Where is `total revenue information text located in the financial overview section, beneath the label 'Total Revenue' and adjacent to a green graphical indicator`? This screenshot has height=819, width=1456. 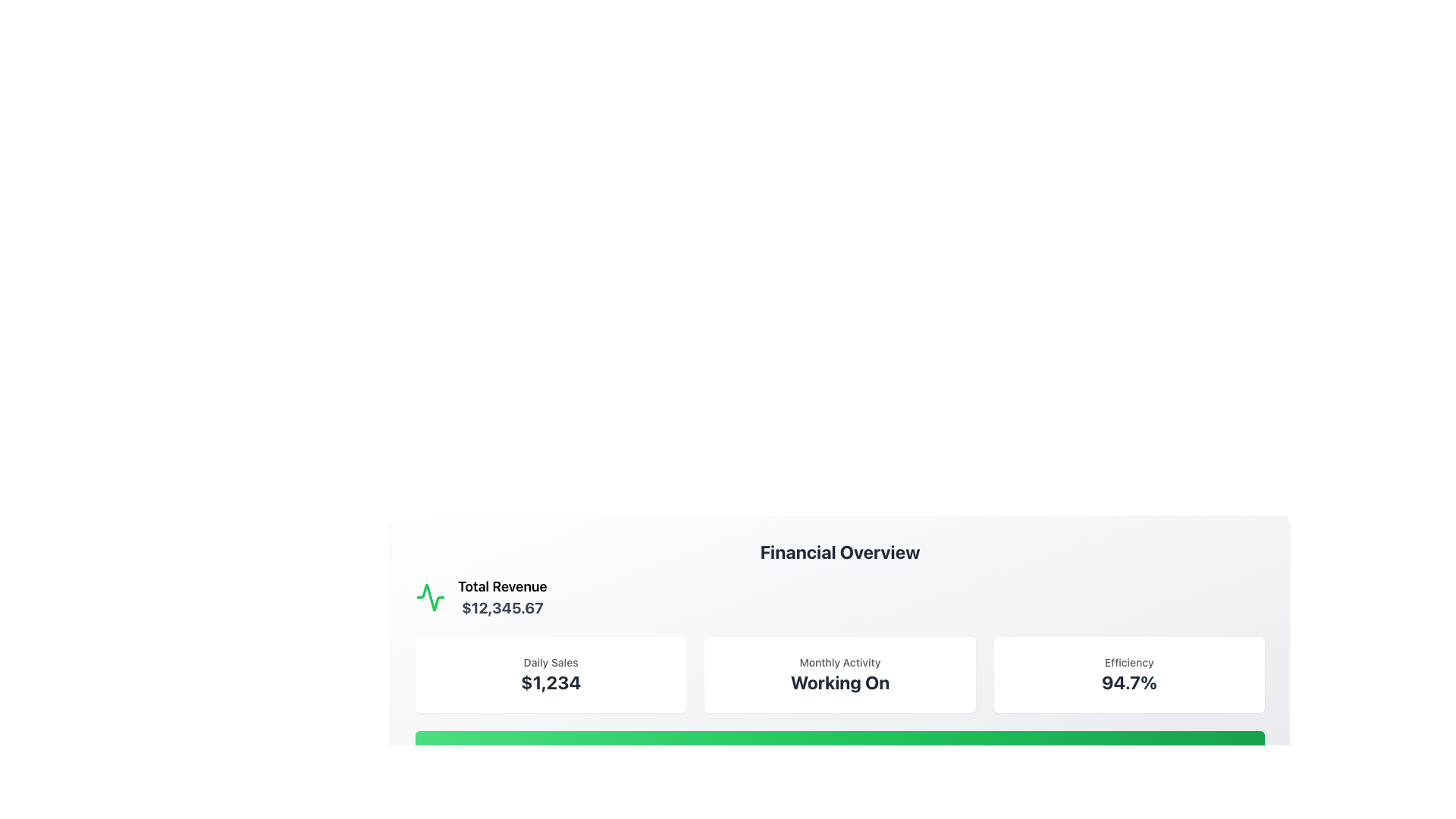 total revenue information text located in the financial overview section, beneath the label 'Total Revenue' and adjacent to a green graphical indicator is located at coordinates (502, 607).